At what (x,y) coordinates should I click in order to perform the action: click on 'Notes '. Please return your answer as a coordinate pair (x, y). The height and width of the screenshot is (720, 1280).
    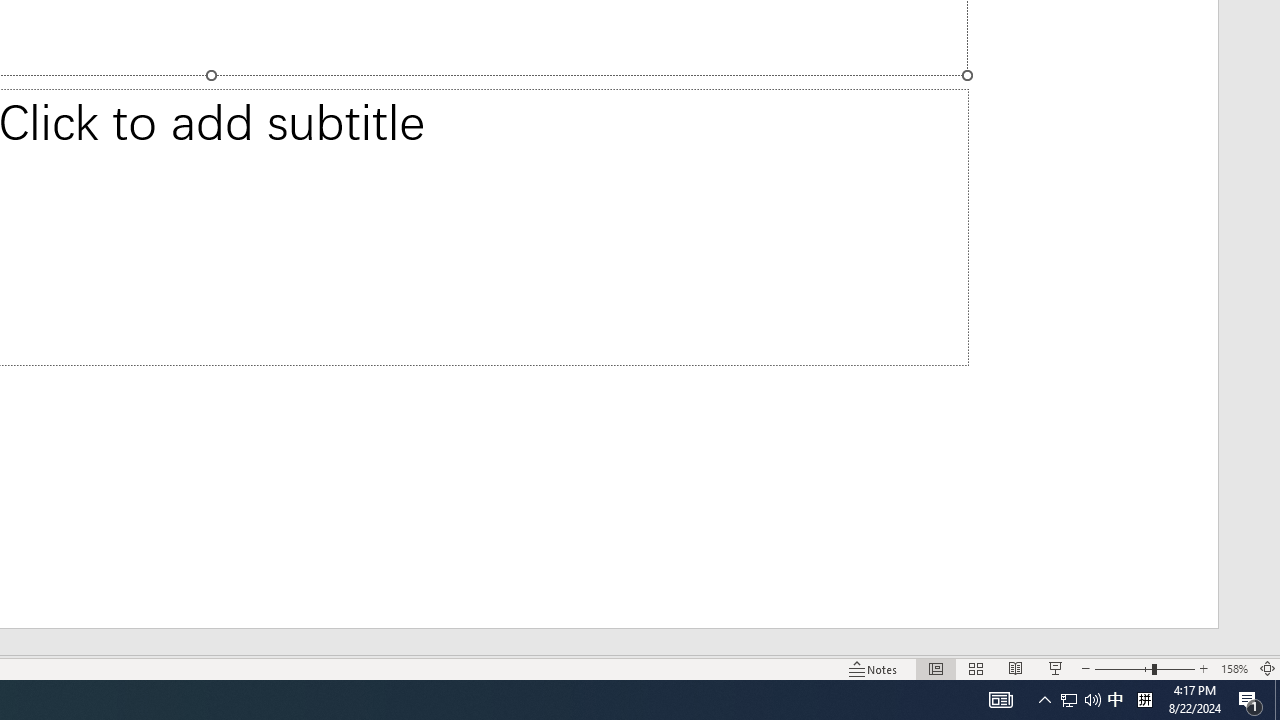
    Looking at the image, I should click on (874, 669).